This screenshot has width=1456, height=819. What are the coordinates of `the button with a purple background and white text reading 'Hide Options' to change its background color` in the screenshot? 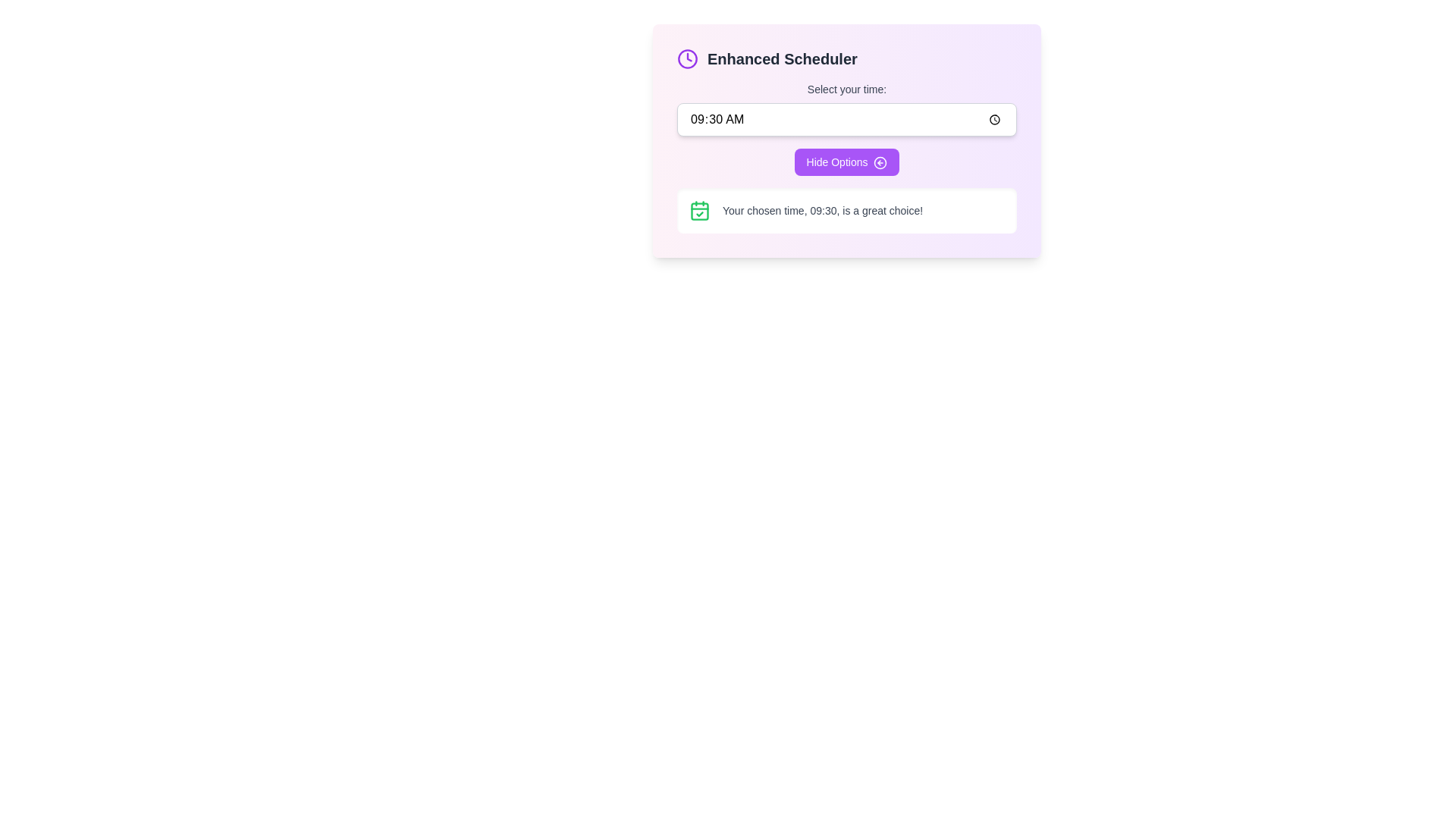 It's located at (846, 162).